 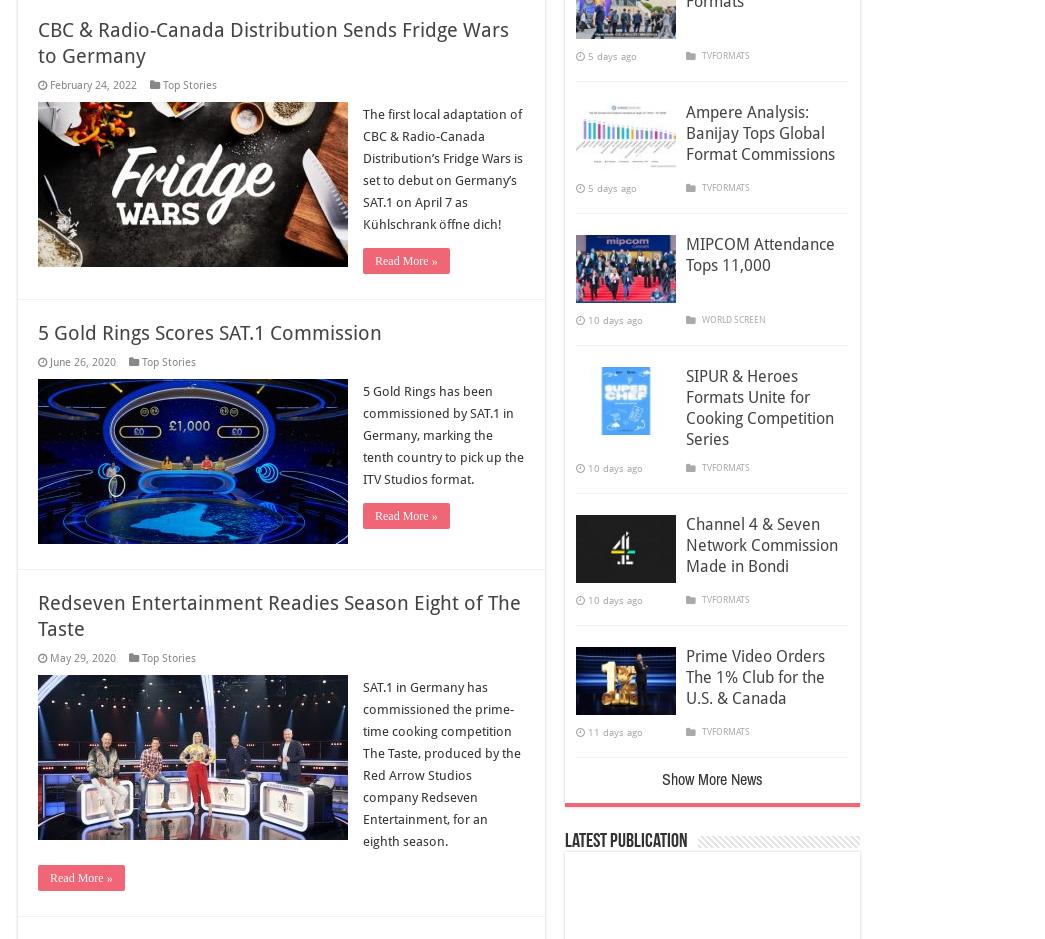 What do you see at coordinates (733, 320) in the screenshot?
I see `'WORLD SCREEN'` at bounding box center [733, 320].